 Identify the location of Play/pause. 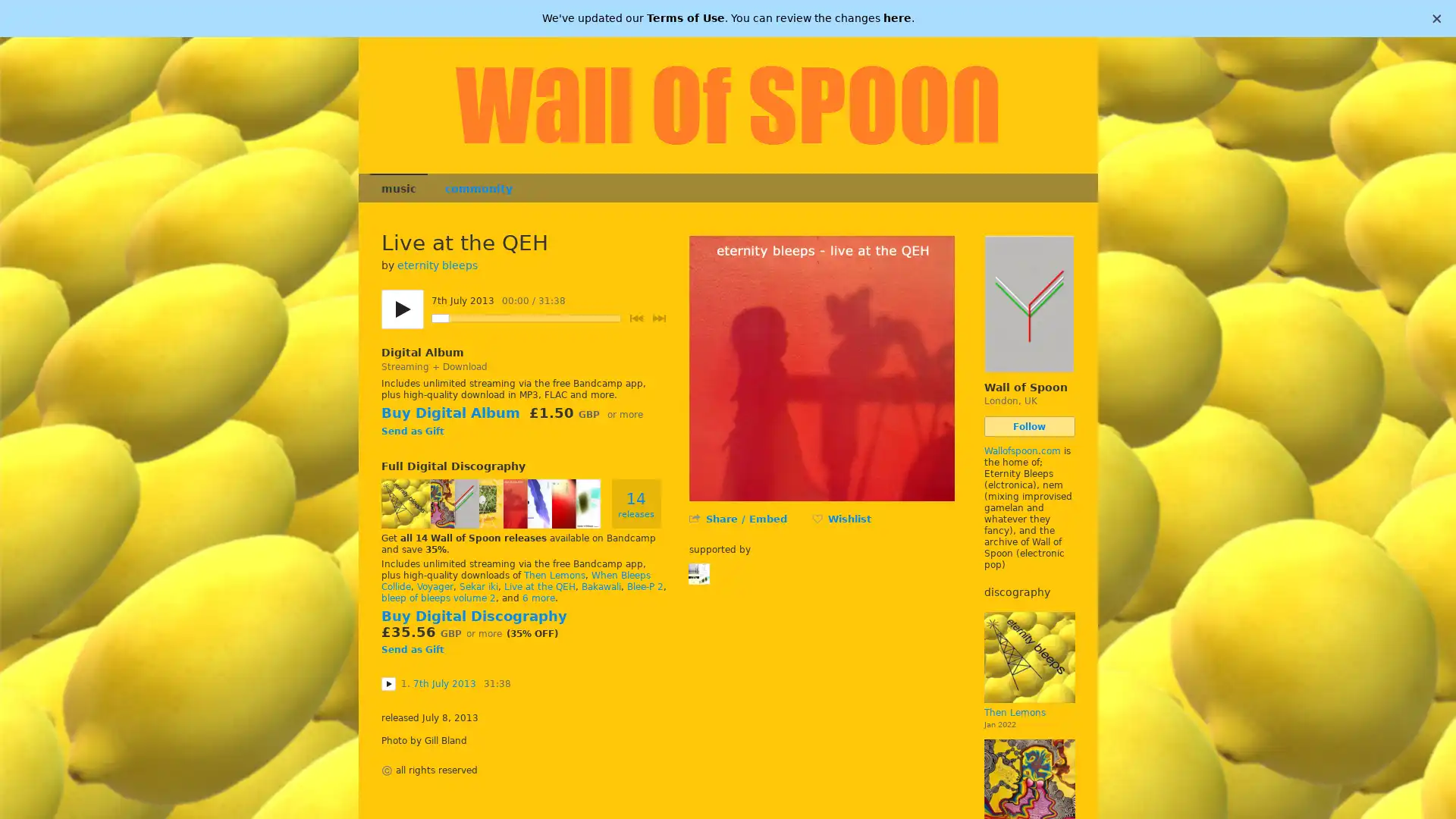
(401, 309).